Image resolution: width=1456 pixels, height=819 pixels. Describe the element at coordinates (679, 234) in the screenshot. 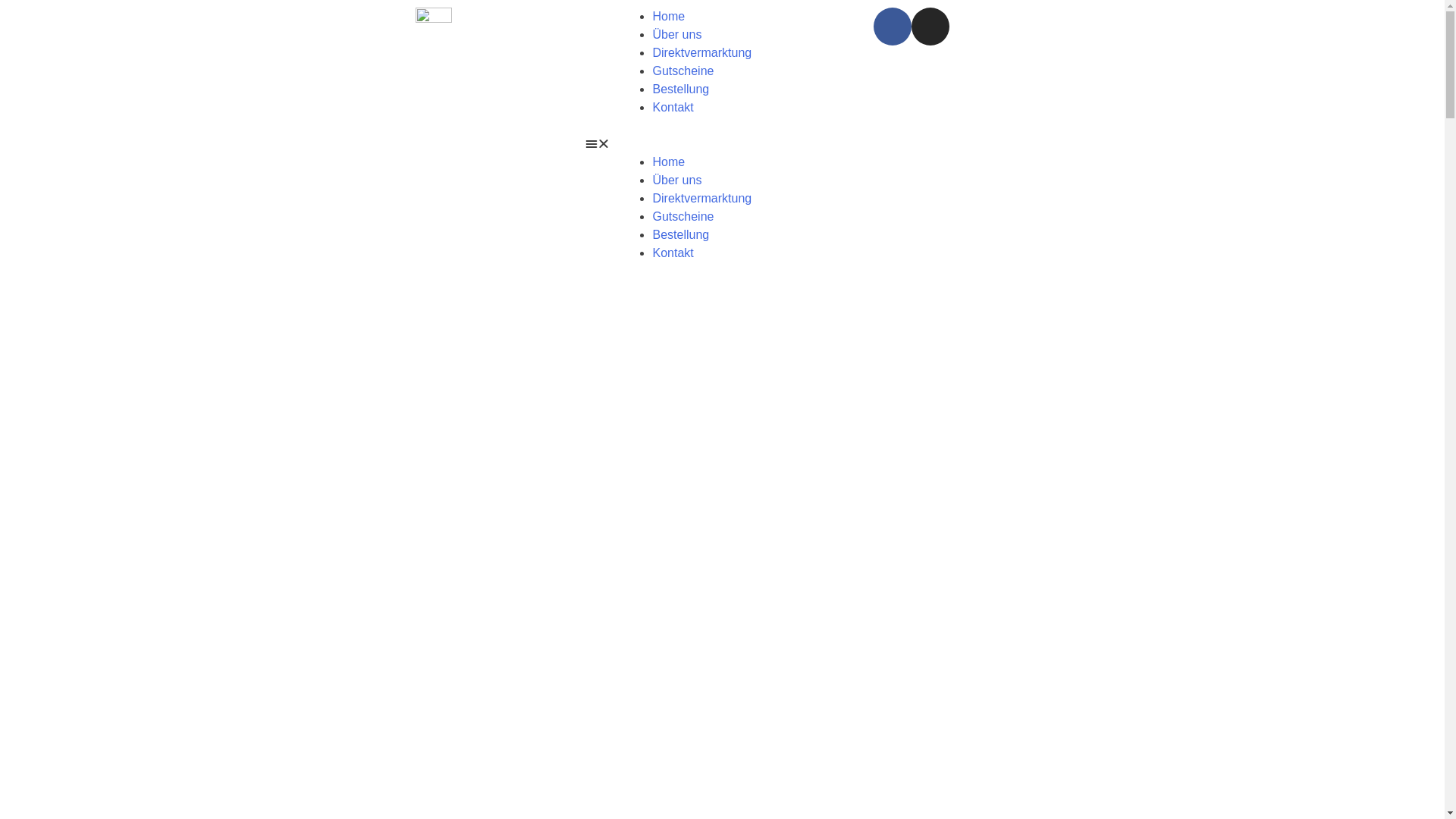

I see `'Bestellung'` at that location.